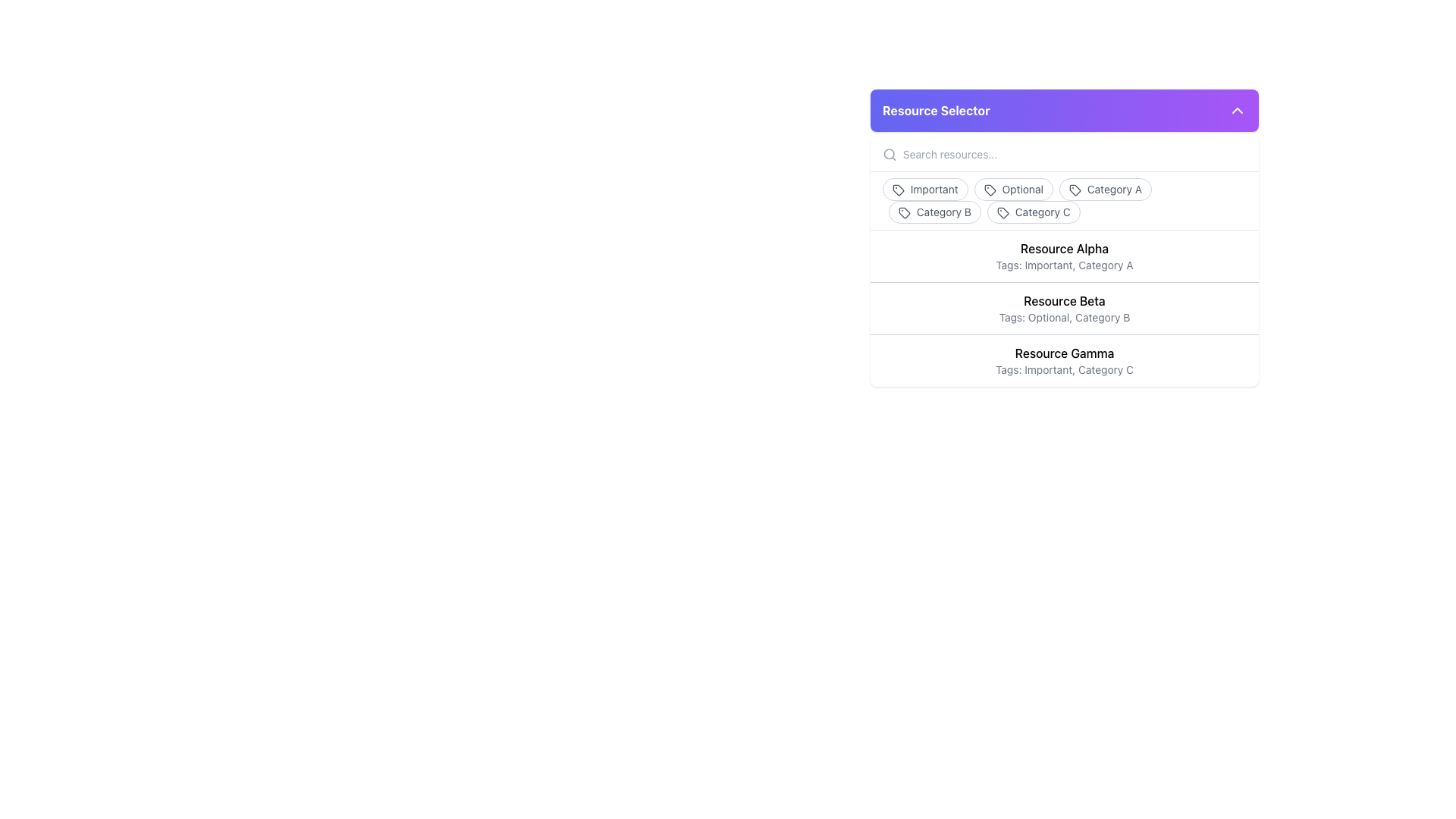 The height and width of the screenshot is (819, 1456). I want to click on the third list item in the 'Resource Selector' dropdown, which informs users about 'Resource Gamma', so click(1063, 360).